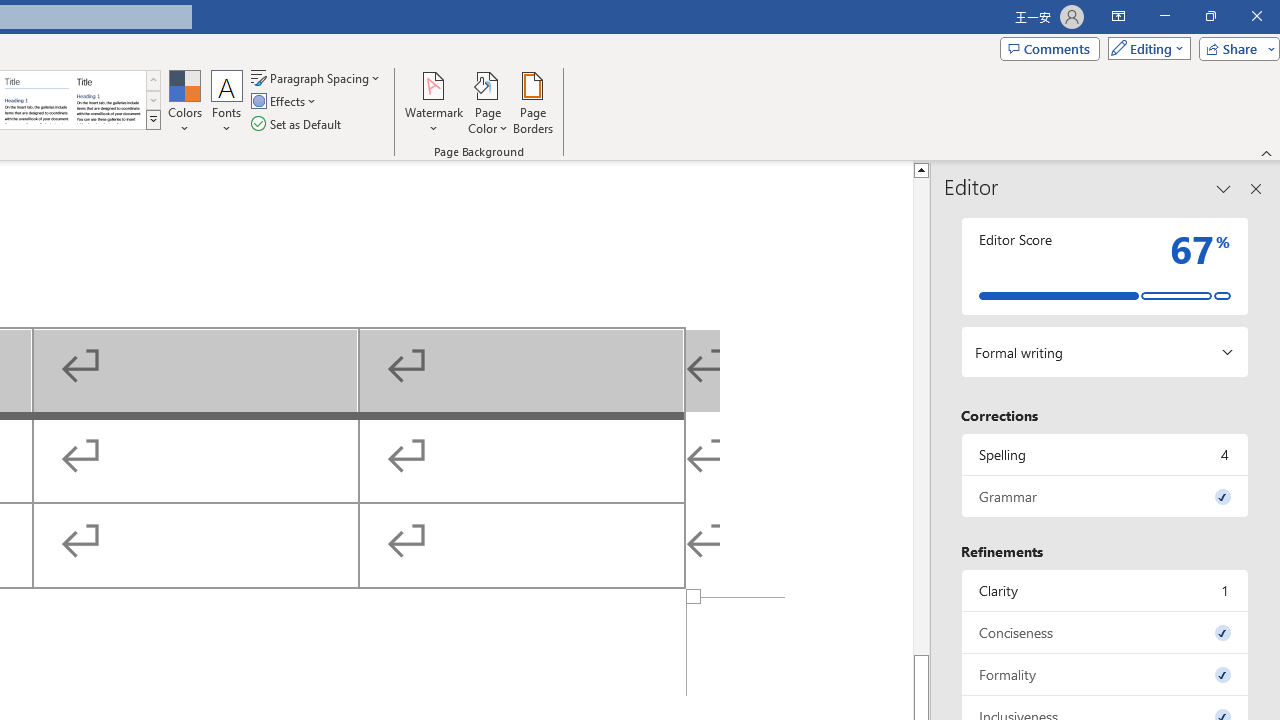  I want to click on 'Formality, 0 issues. Press space or enter to review items.', so click(1104, 674).